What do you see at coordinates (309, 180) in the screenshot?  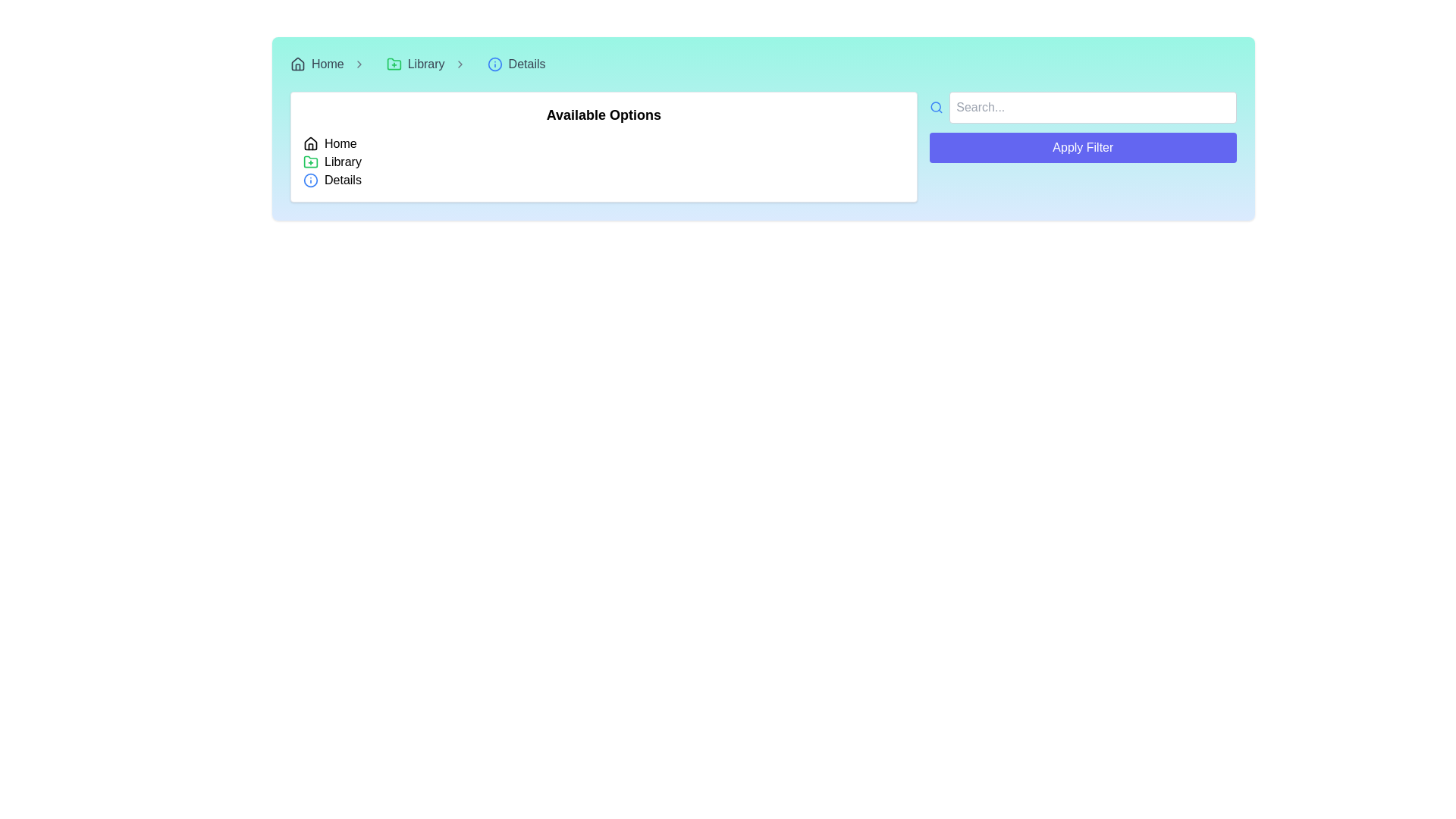 I see `the small circular information icon with a blue outline, located to the left of the 'Details' text label` at bounding box center [309, 180].